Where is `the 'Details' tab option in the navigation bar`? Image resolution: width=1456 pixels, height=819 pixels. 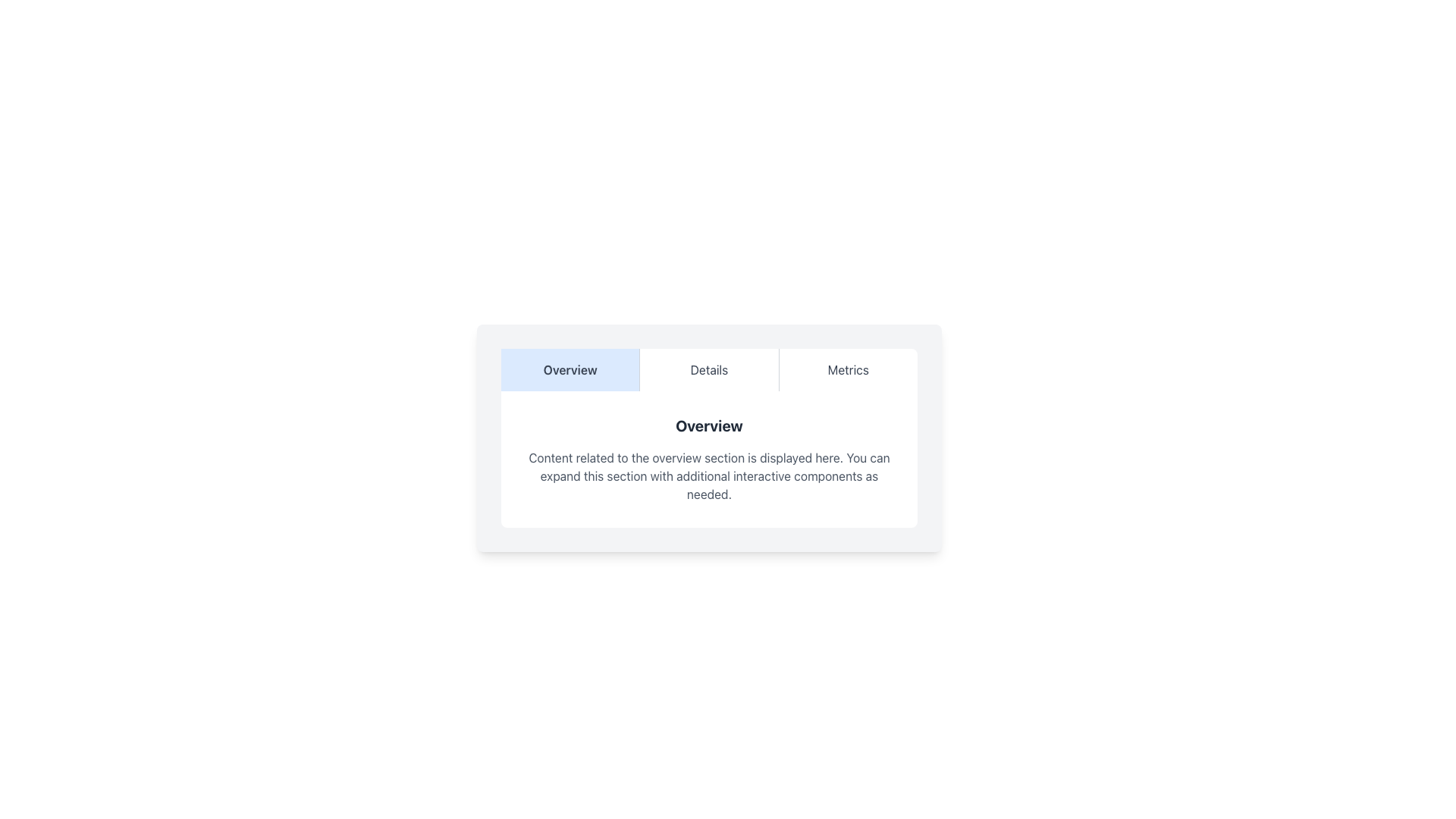 the 'Details' tab option in the navigation bar is located at coordinates (708, 370).